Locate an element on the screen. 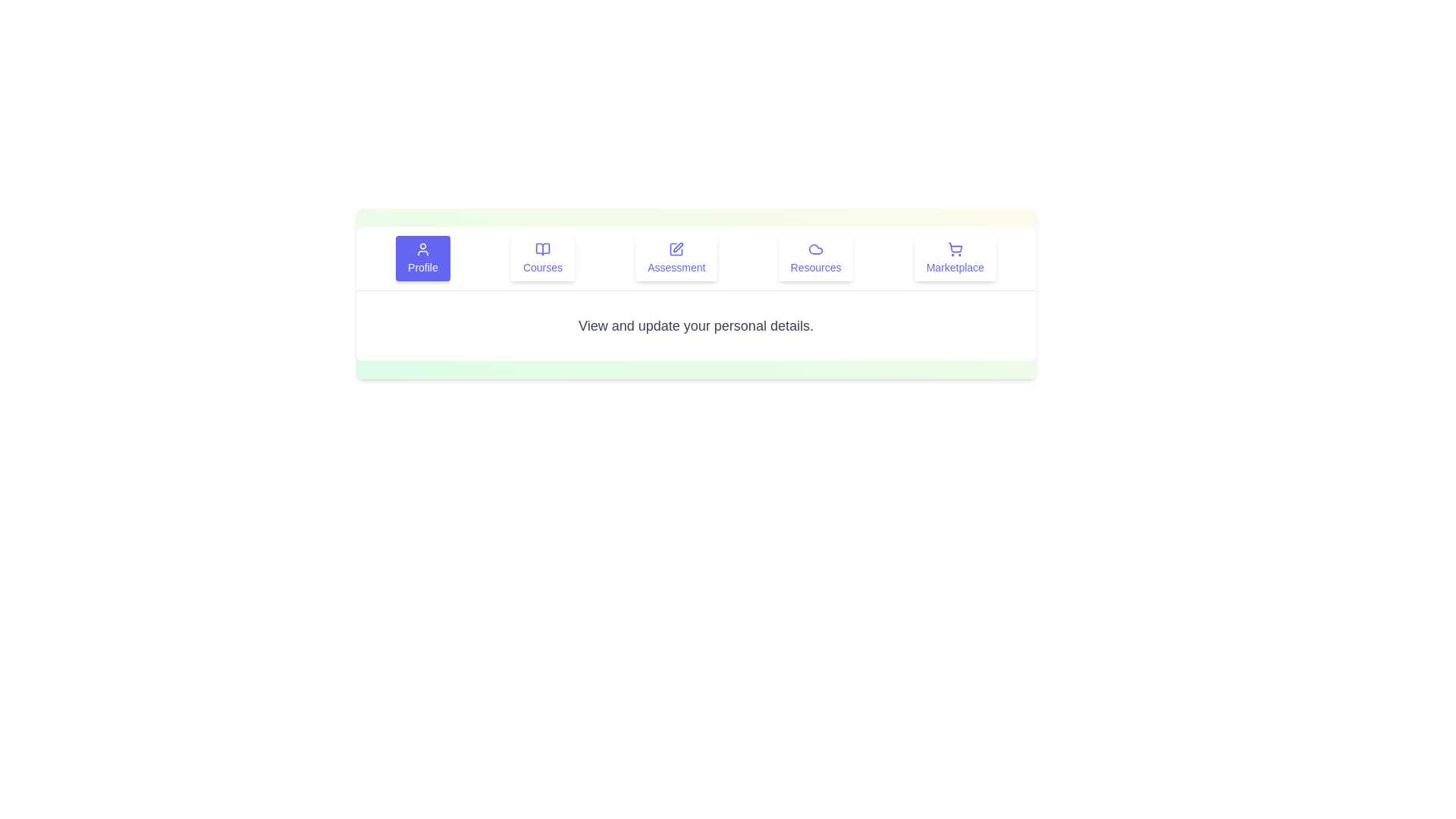  the navigational button located in the horizontal navigation bar, which is the second button from the left is located at coordinates (542, 257).